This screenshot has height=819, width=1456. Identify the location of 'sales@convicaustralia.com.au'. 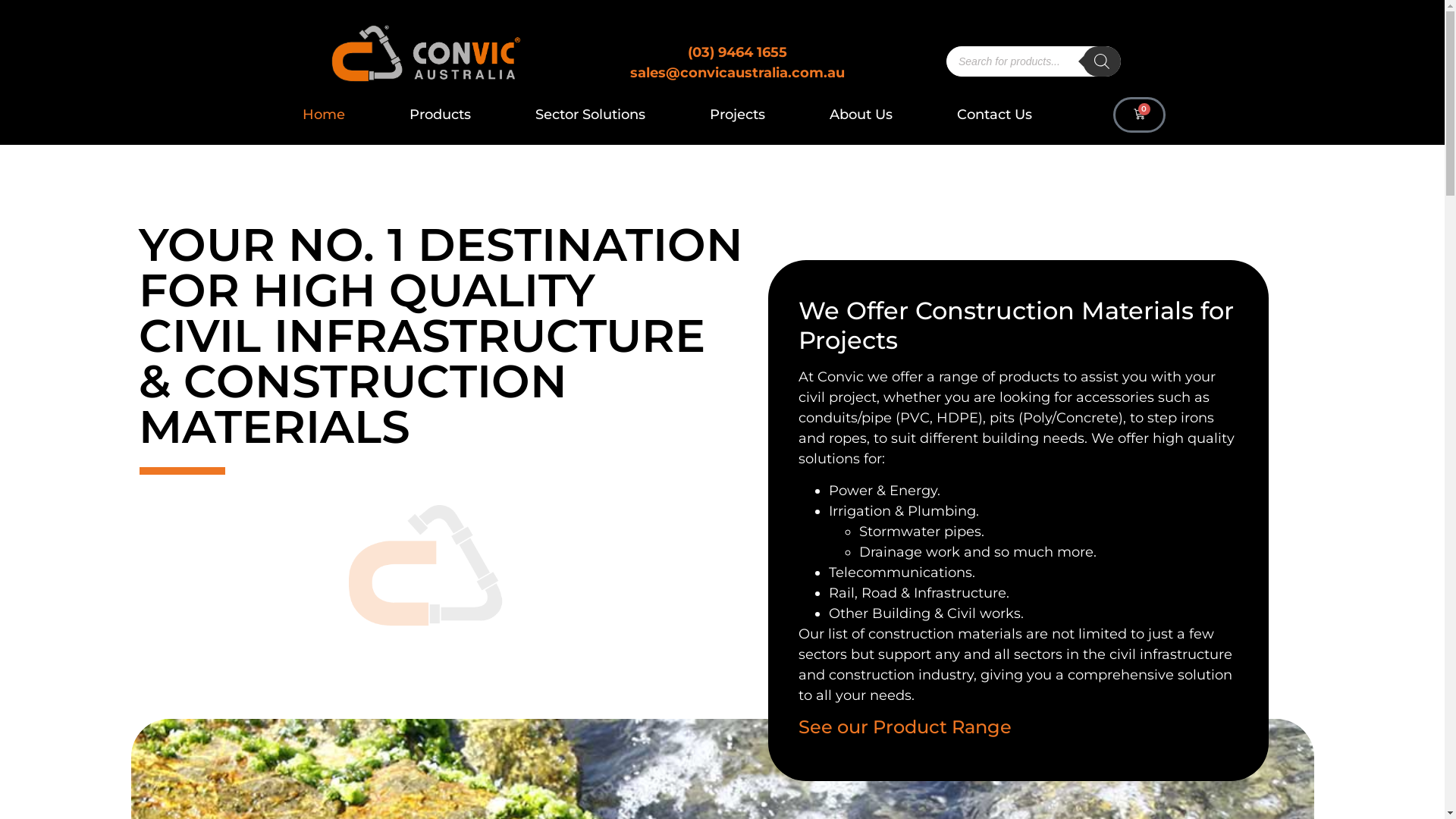
(736, 73).